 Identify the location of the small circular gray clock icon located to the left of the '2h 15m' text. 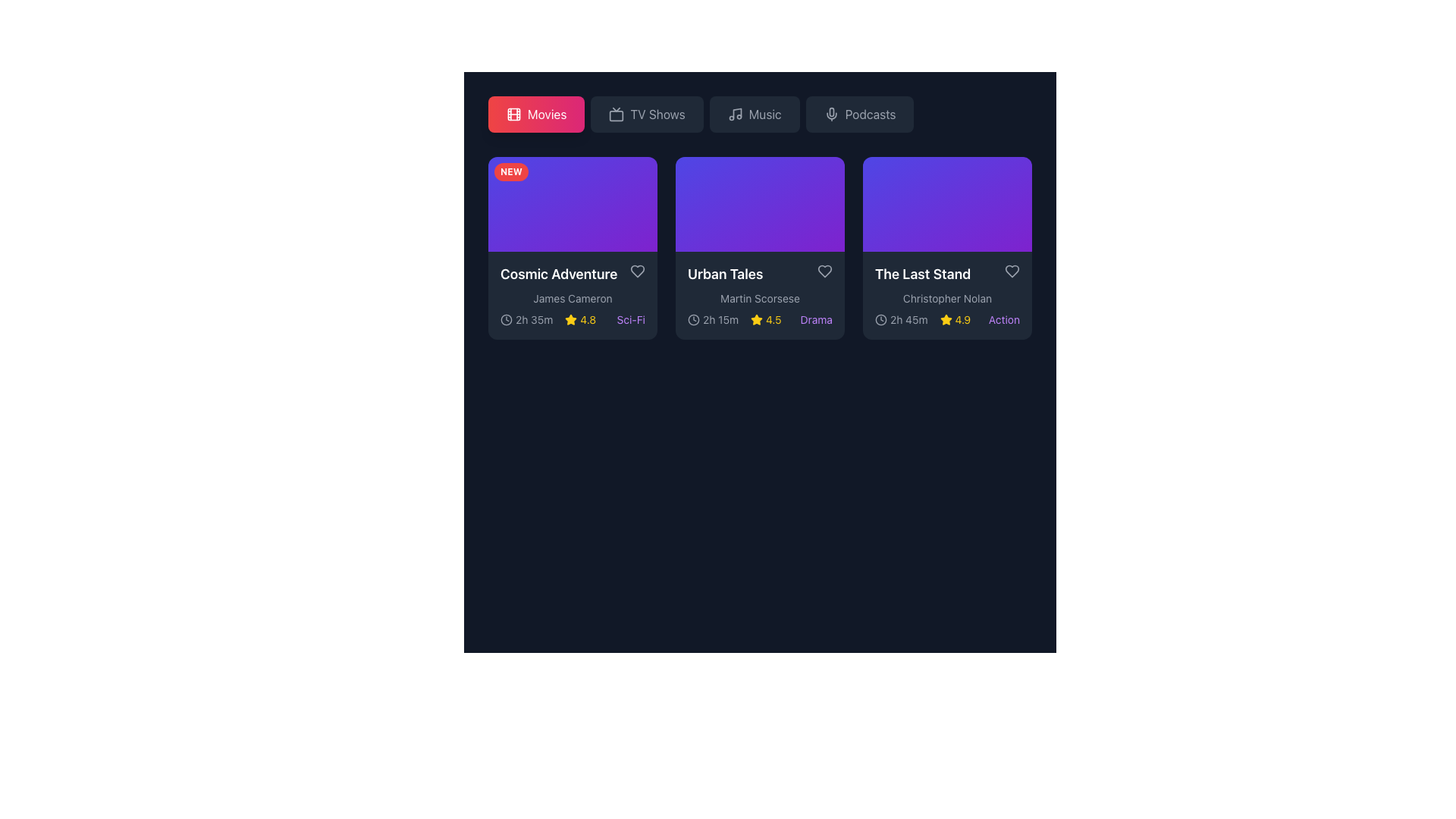
(693, 318).